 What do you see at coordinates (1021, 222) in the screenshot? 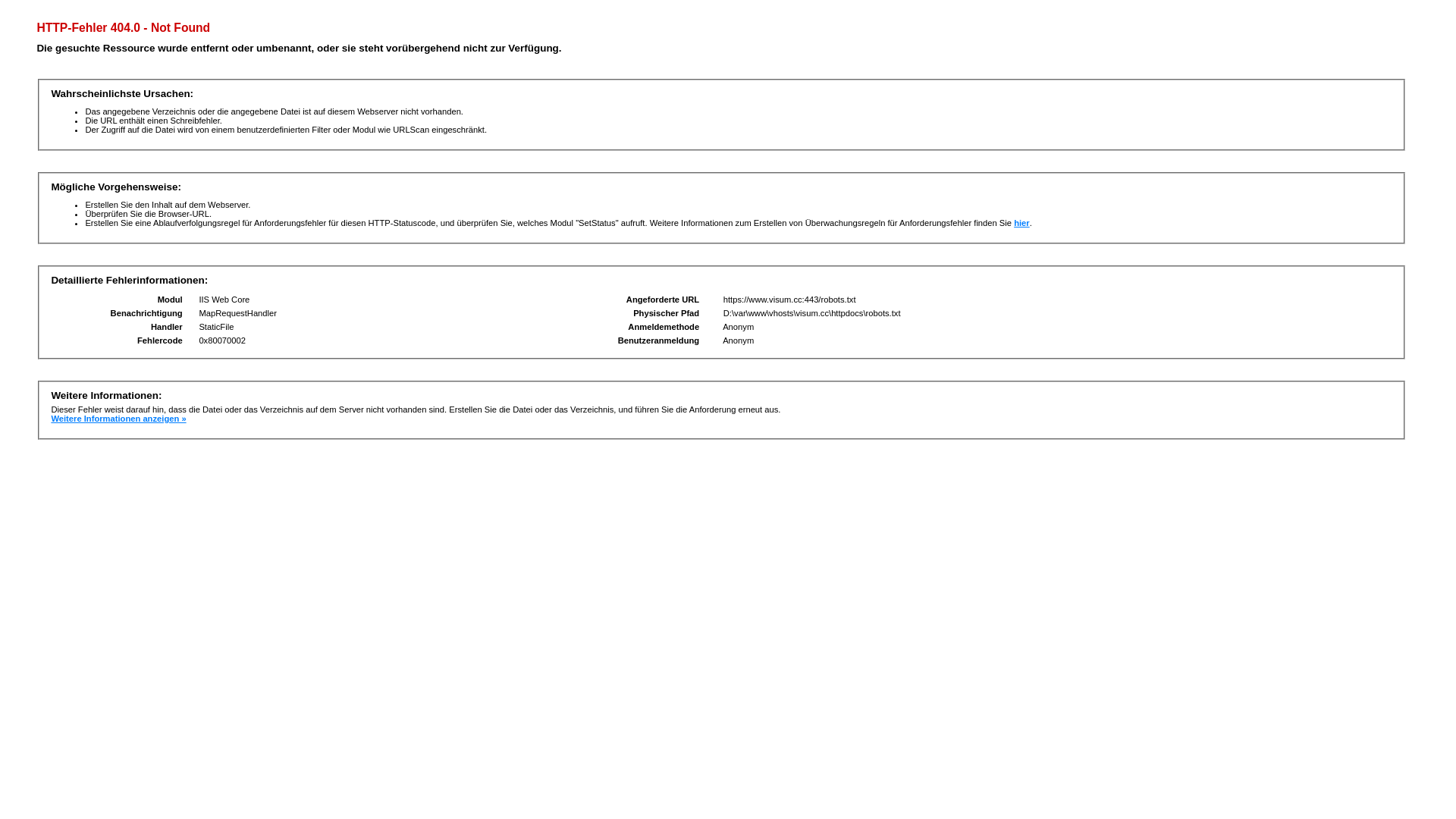
I see `'hier'` at bounding box center [1021, 222].